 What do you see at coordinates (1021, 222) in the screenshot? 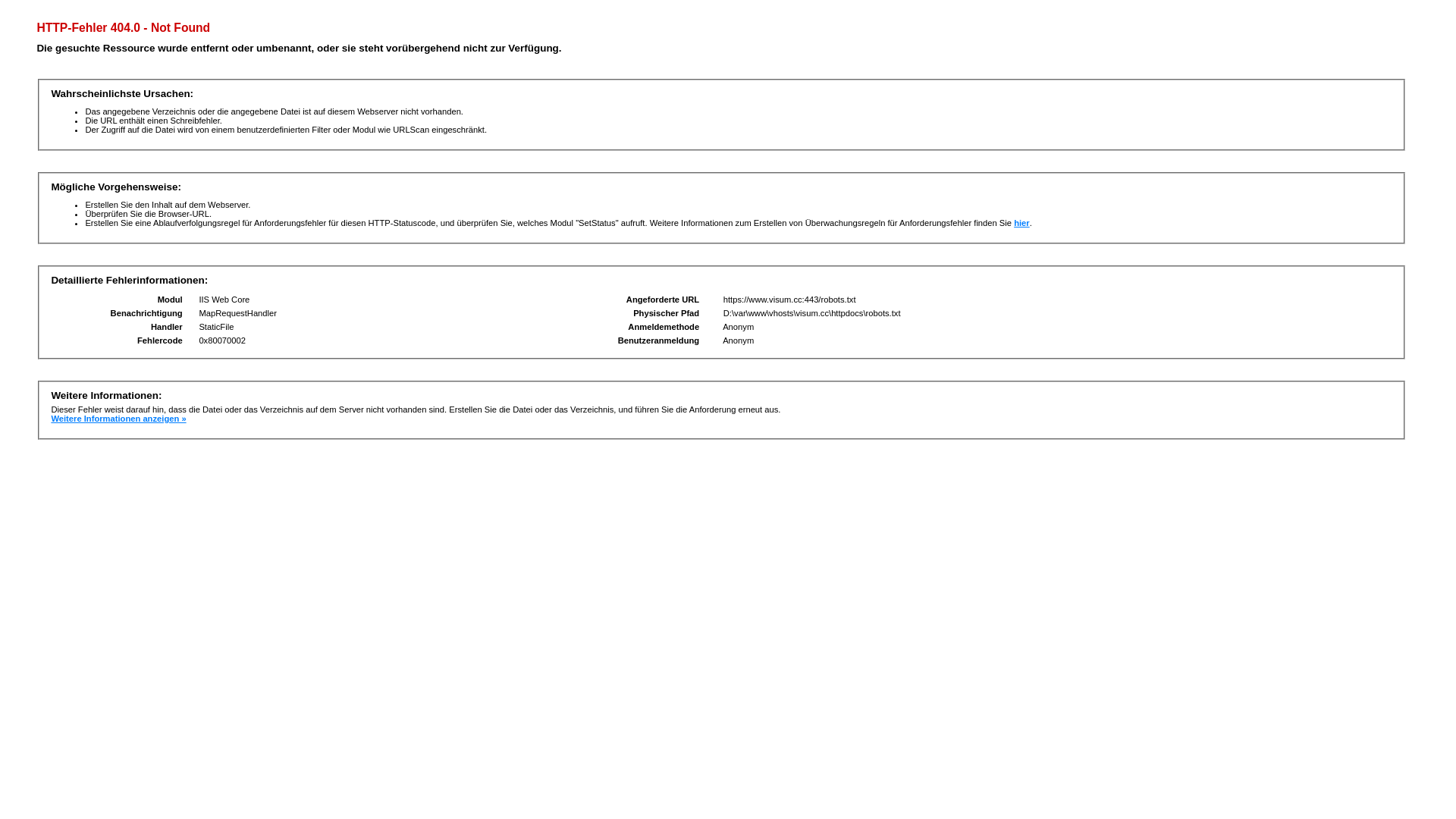
I see `'hier'` at bounding box center [1021, 222].